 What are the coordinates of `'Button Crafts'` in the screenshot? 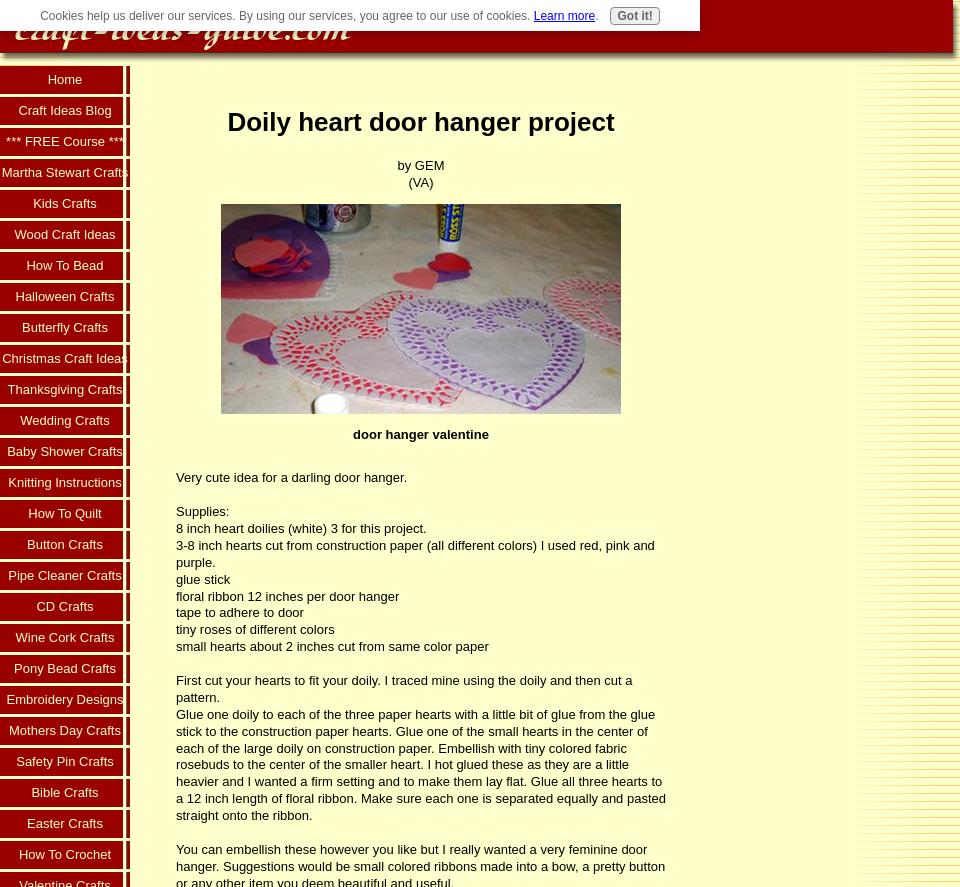 It's located at (64, 543).